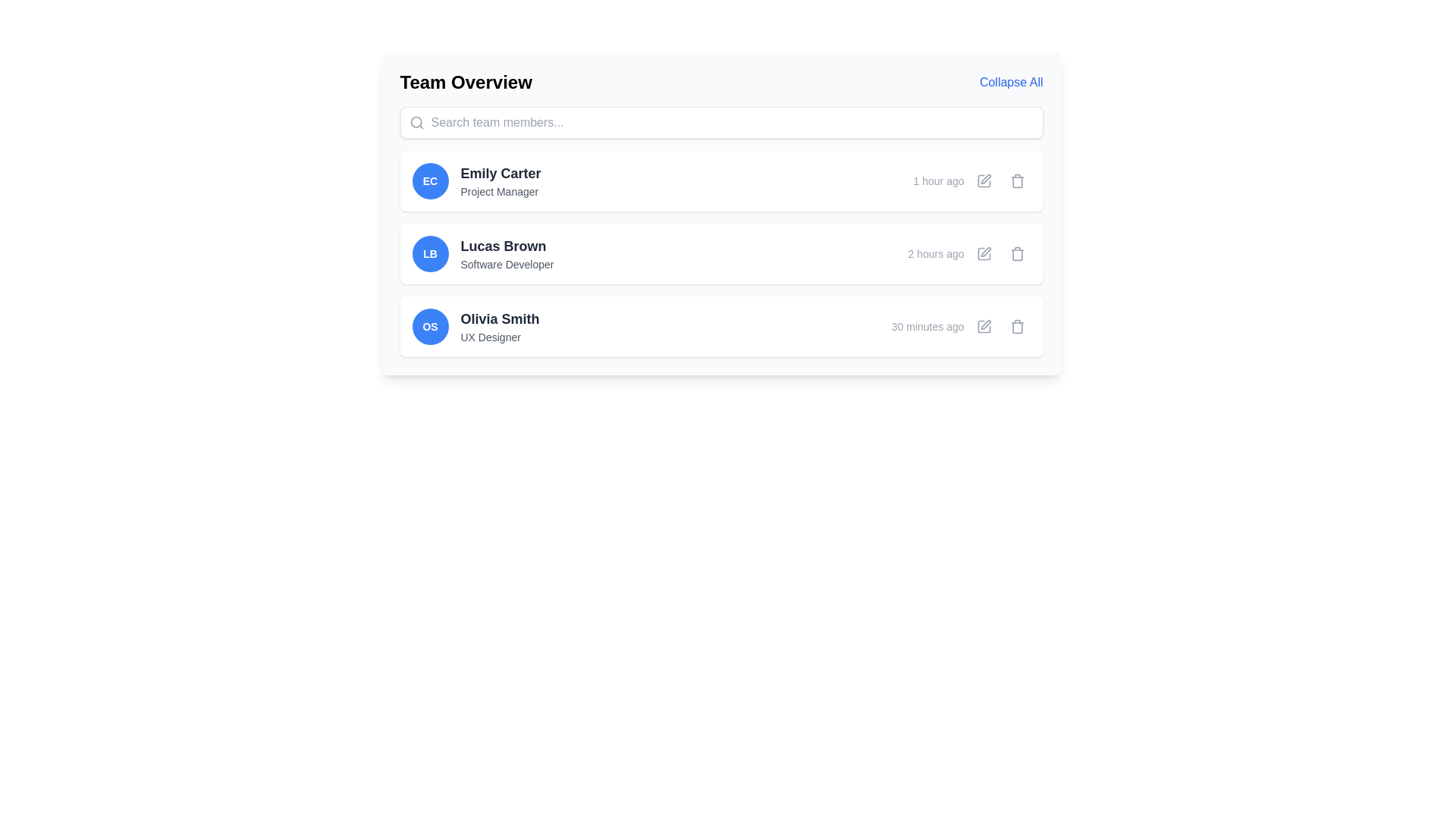 The width and height of the screenshot is (1456, 819). Describe the element at coordinates (968, 253) in the screenshot. I see `the Text label that displays the relative time of the event, located within the second card under 'Lucas Brown', to the right of the name and role, before two smaller icons` at that location.